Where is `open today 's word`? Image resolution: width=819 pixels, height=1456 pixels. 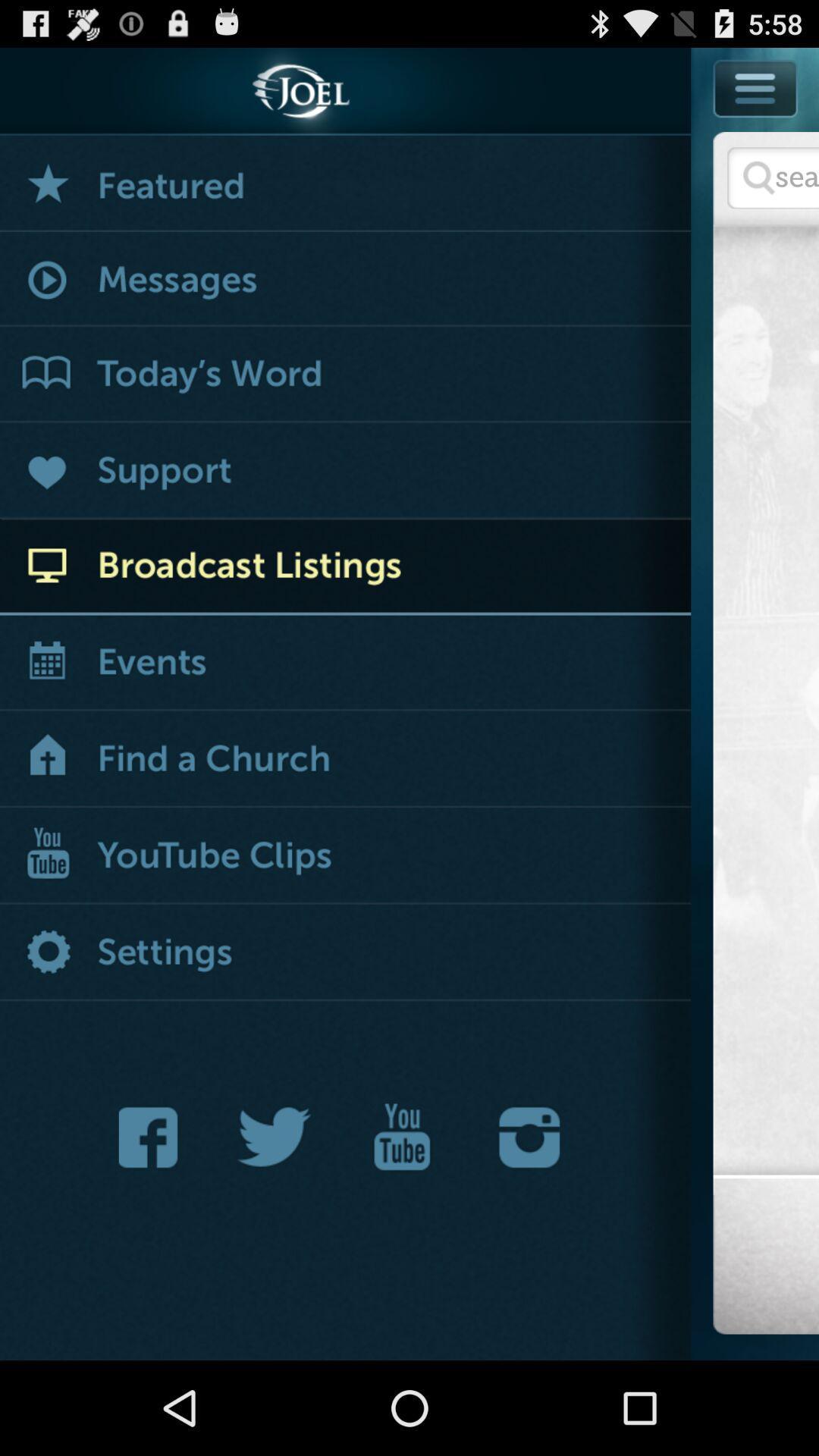
open today 's word is located at coordinates (345, 375).